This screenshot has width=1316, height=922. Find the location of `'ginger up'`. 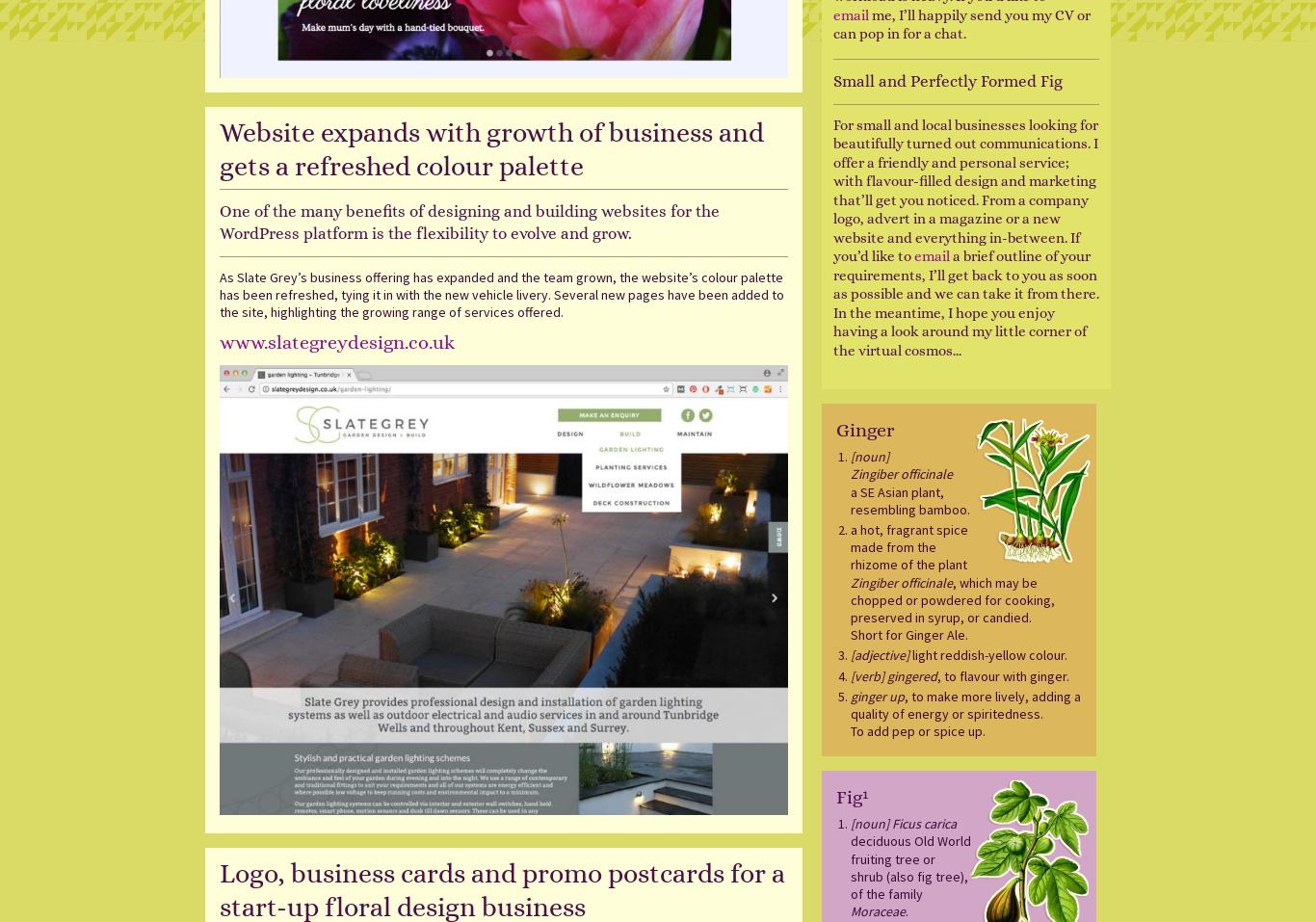

'ginger up' is located at coordinates (849, 695).